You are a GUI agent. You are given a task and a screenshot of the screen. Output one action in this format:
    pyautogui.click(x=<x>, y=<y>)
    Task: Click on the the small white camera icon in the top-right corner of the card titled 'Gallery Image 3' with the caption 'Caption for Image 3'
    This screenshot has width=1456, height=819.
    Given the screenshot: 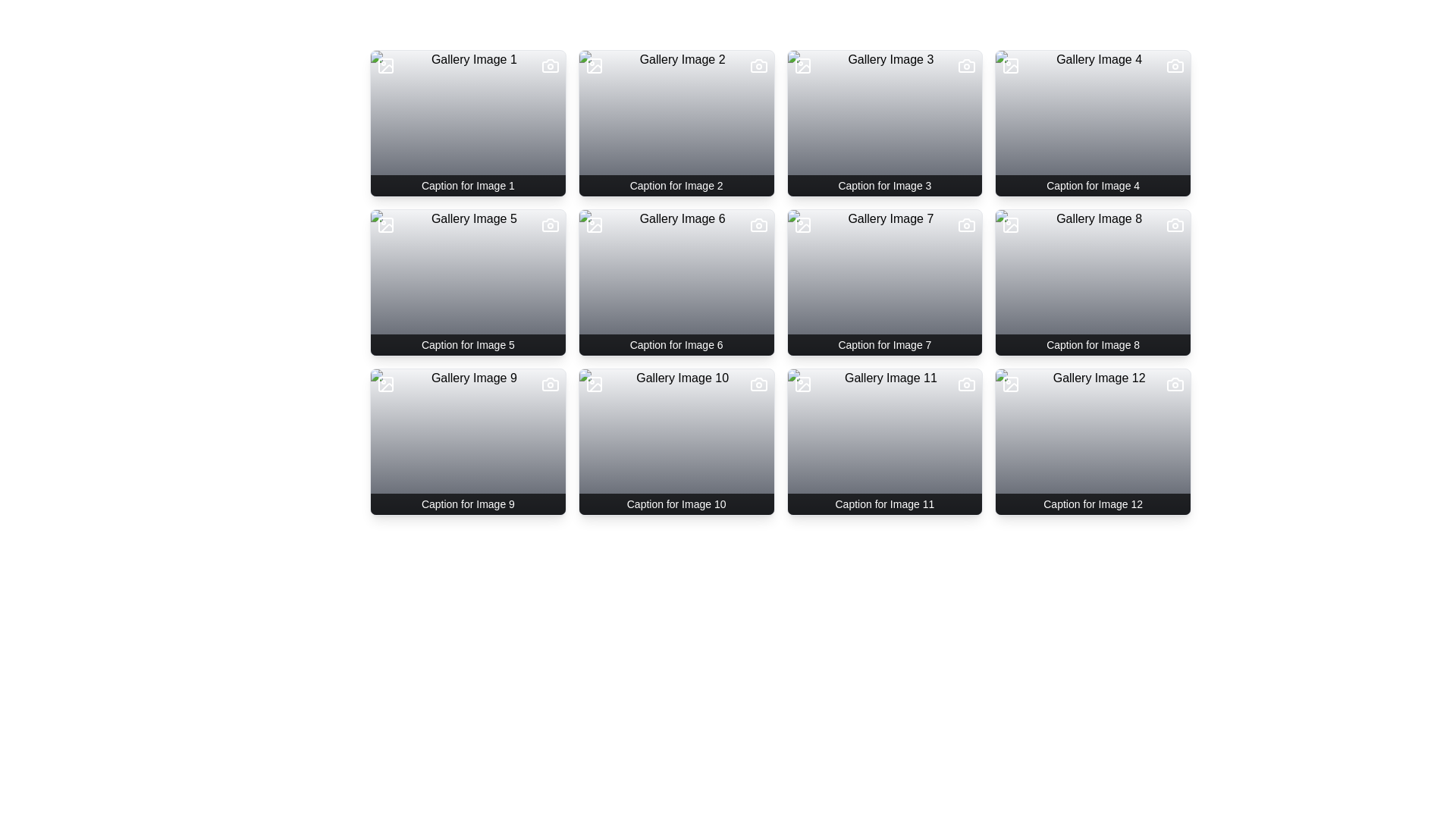 What is the action you would take?
    pyautogui.click(x=966, y=65)
    